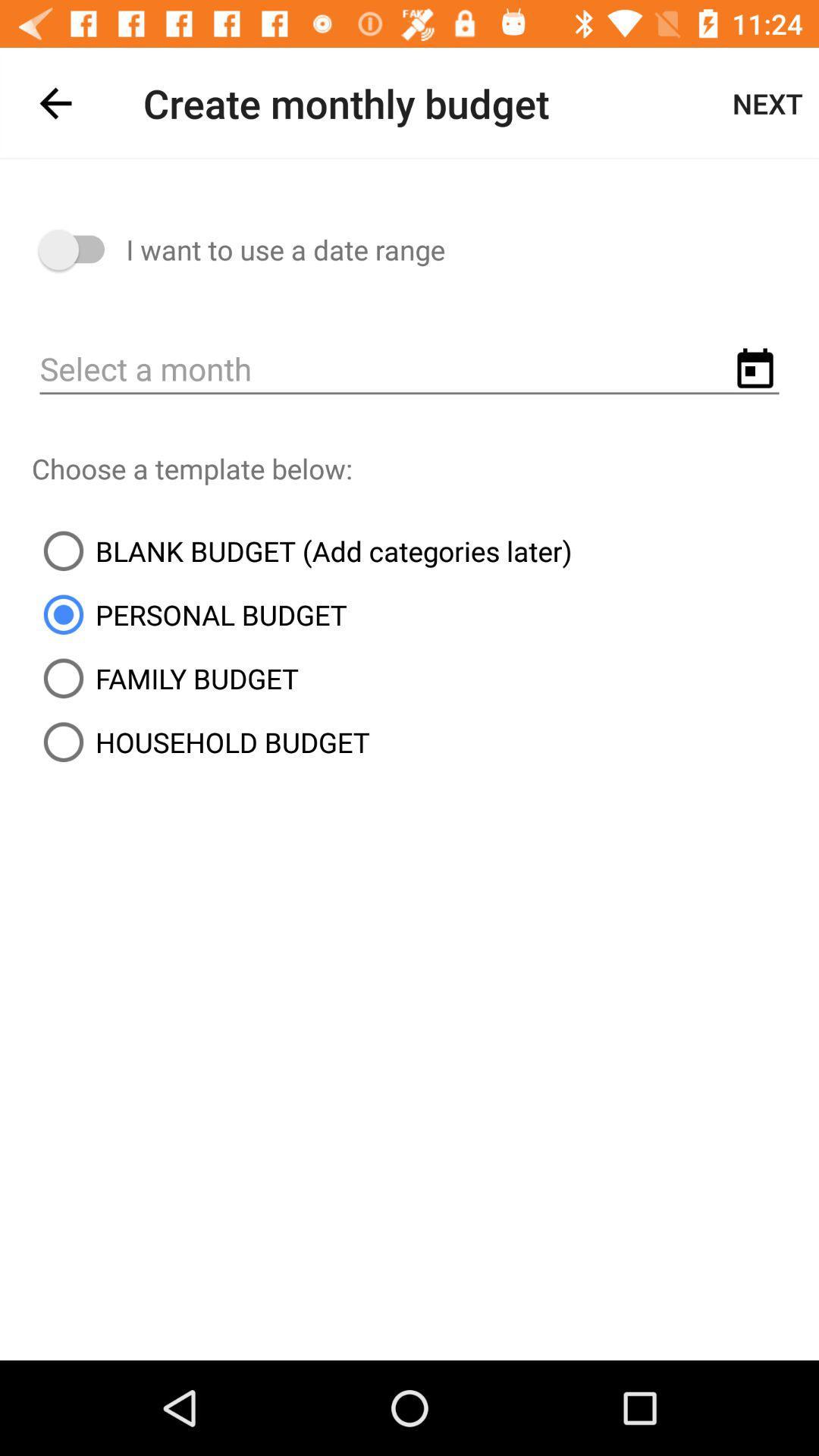 This screenshot has width=819, height=1456. Describe the element at coordinates (302, 550) in the screenshot. I see `the icon below the choose a template` at that location.